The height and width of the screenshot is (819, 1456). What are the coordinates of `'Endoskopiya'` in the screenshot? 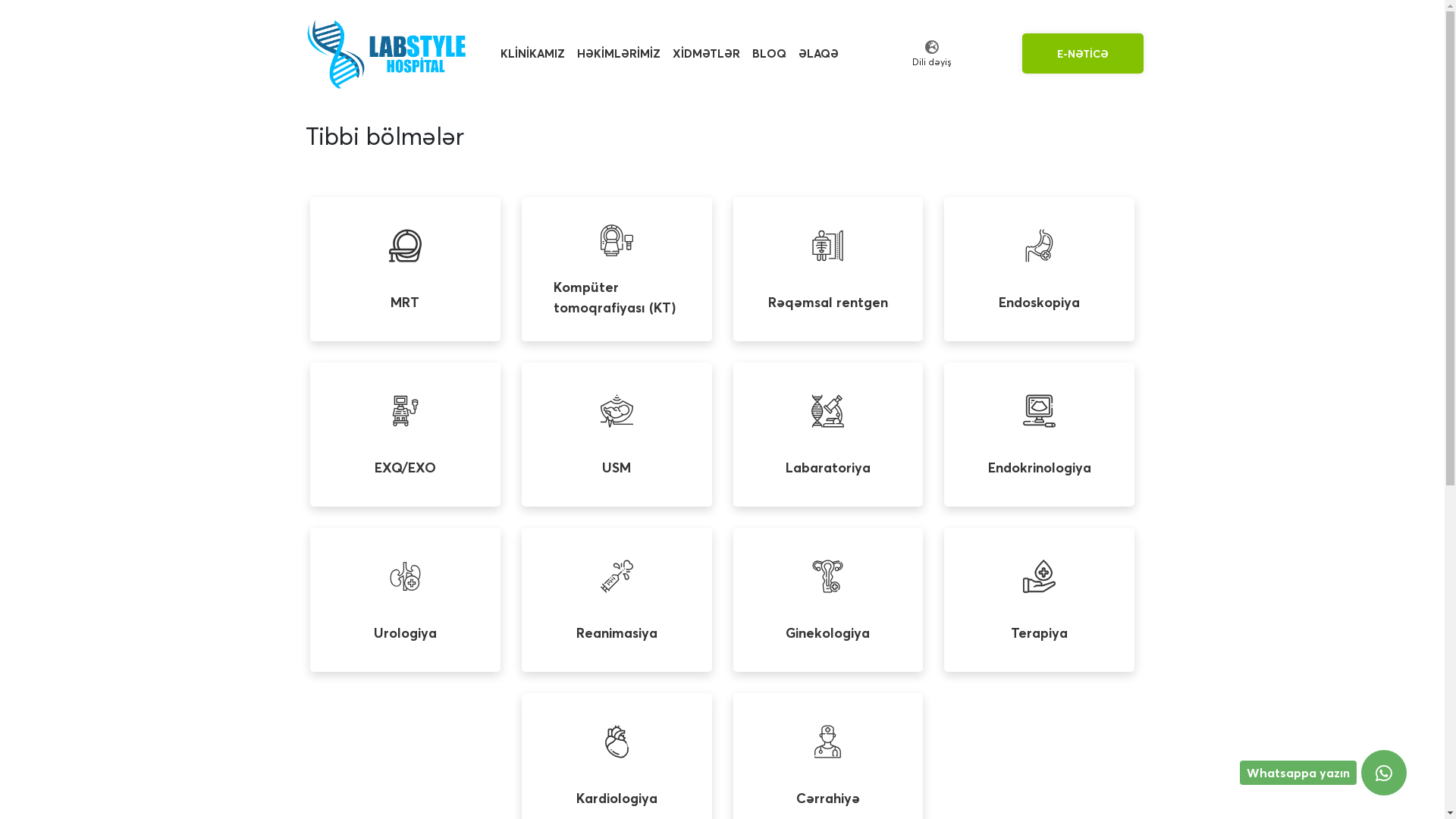 It's located at (1038, 268).